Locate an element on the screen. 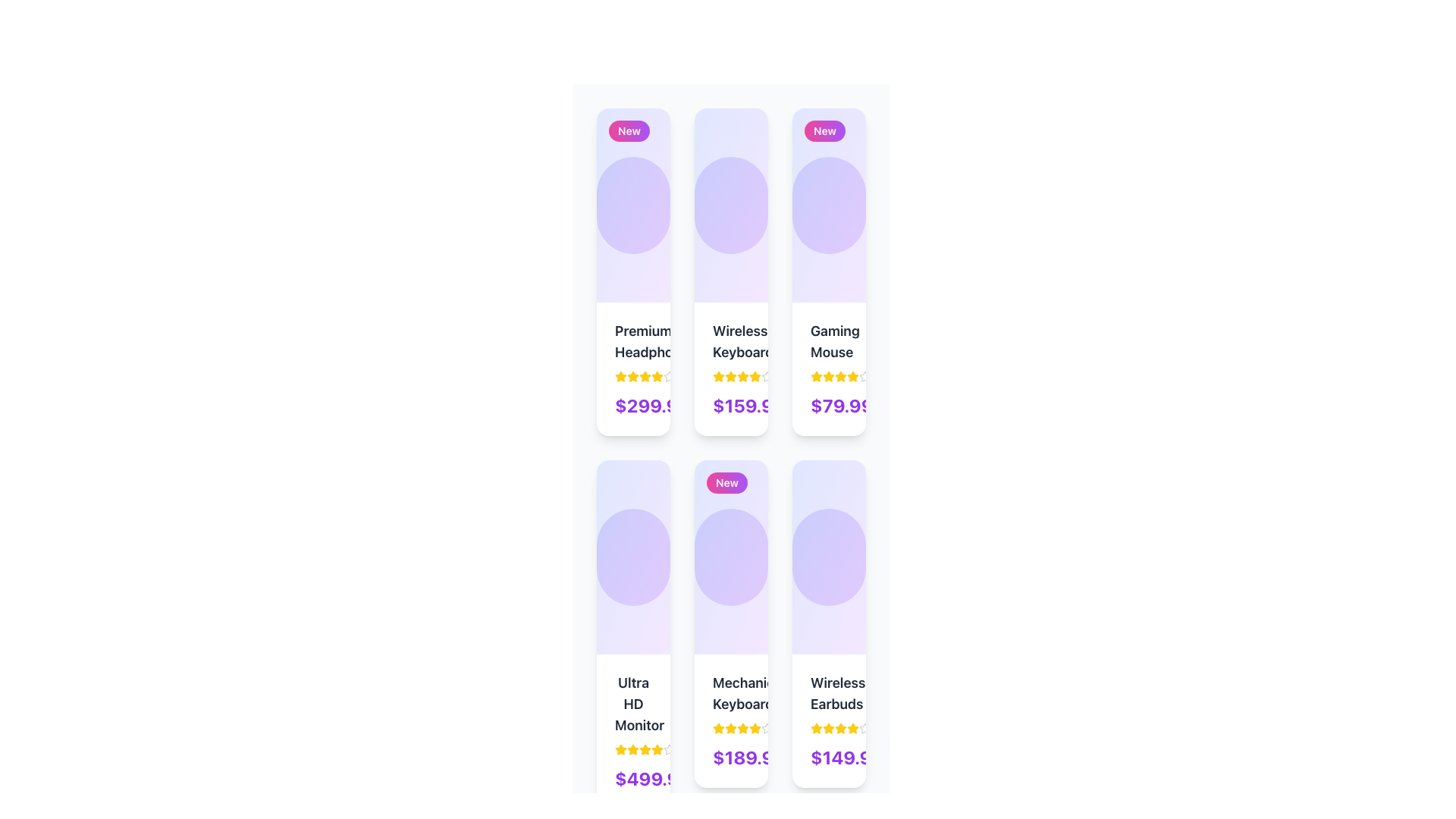  the first star icon in the star rating system for the 'Wireless Keyboard' product to rate it is located at coordinates (718, 376).